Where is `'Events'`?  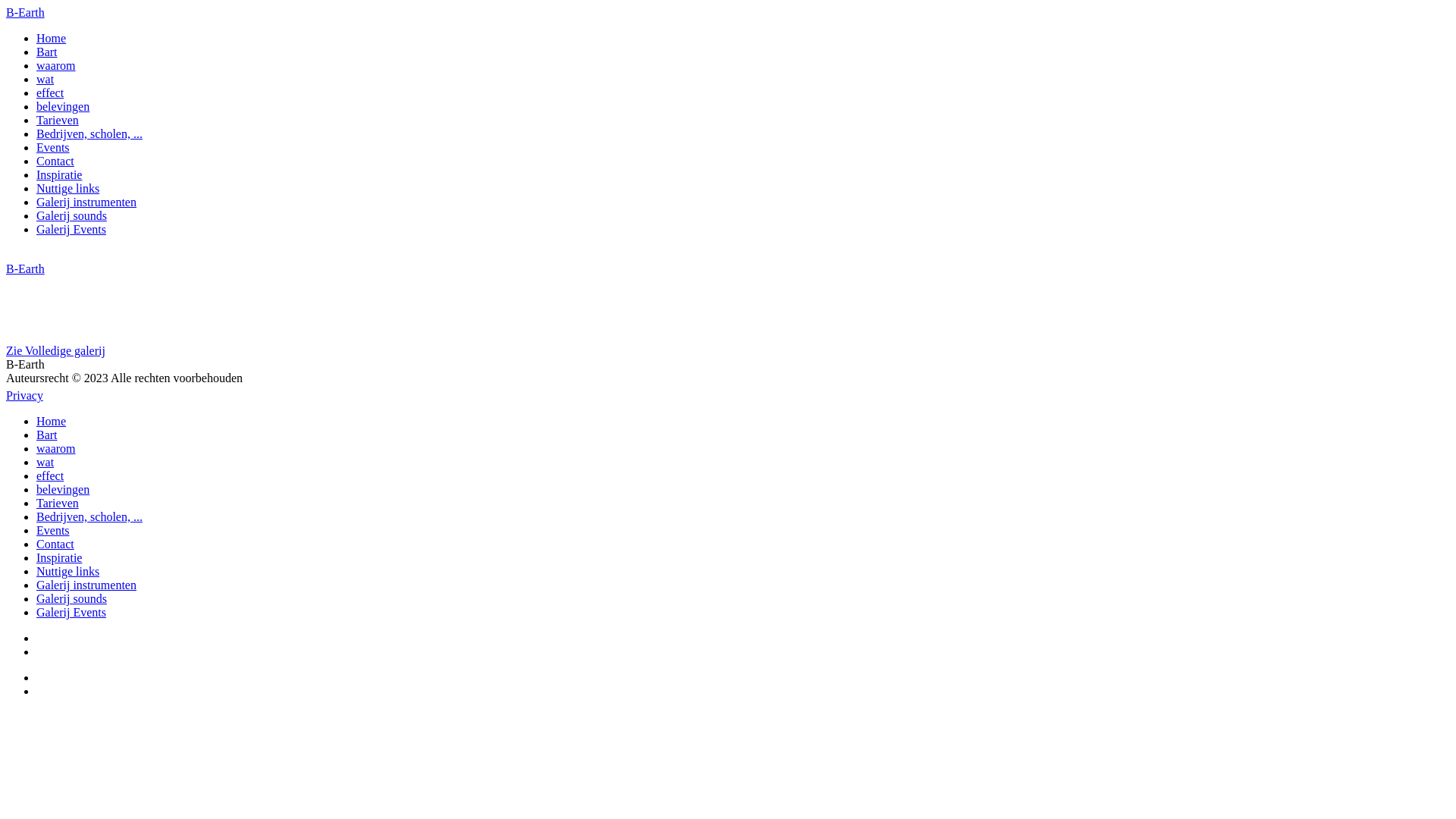
'Events' is located at coordinates (53, 529).